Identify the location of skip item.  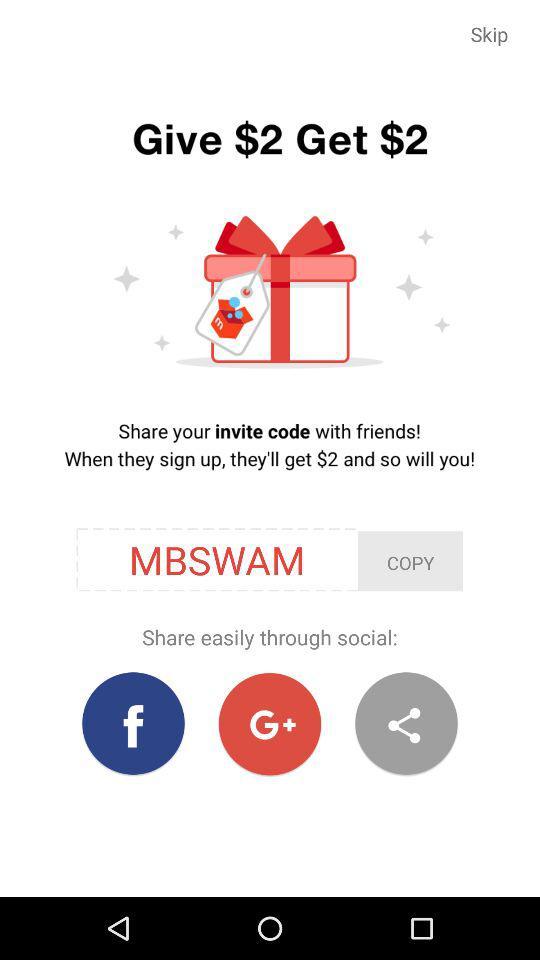
(488, 33).